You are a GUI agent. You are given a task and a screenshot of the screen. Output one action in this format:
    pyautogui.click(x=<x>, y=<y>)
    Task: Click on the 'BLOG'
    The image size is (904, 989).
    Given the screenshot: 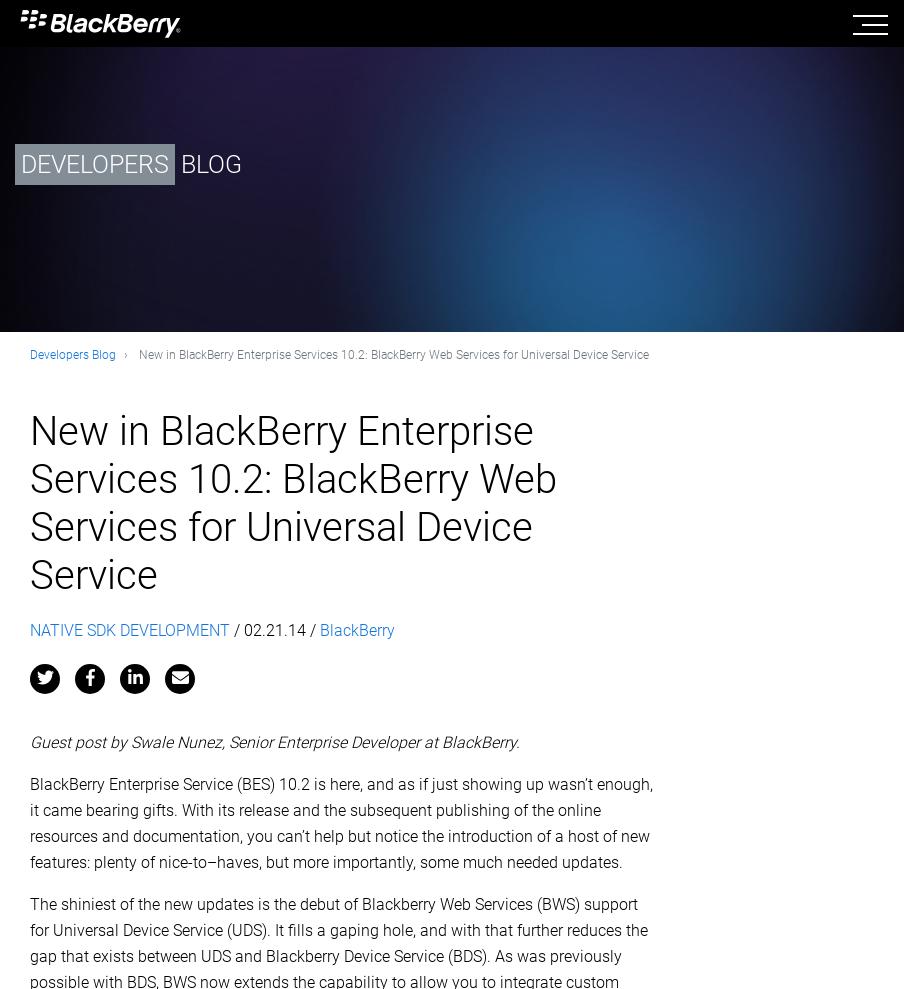 What is the action you would take?
    pyautogui.click(x=208, y=163)
    